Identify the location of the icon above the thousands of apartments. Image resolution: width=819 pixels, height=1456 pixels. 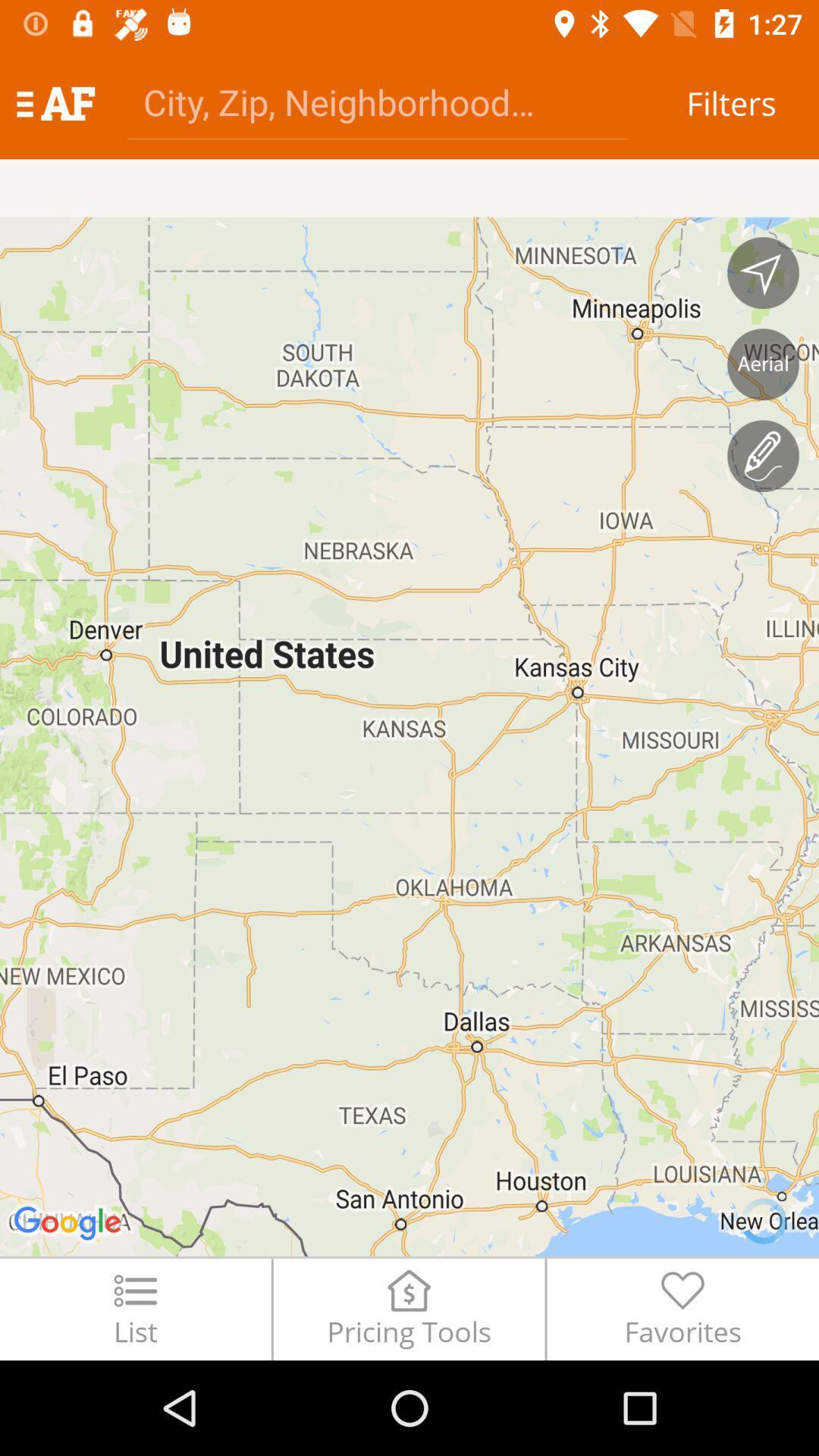
(55, 102).